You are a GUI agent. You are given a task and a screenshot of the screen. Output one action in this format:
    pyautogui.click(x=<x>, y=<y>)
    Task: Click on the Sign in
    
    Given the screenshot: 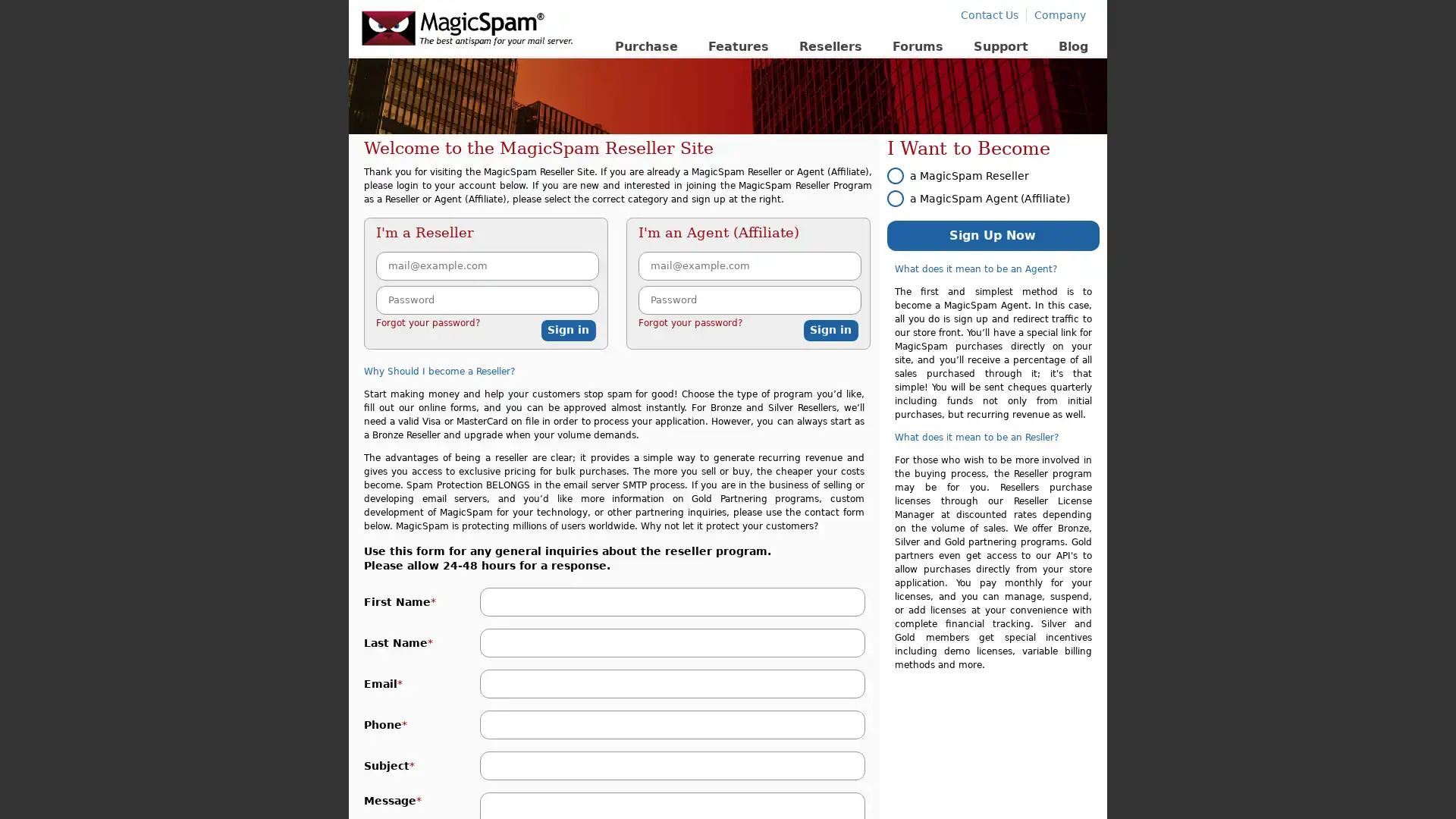 What is the action you would take?
    pyautogui.click(x=829, y=329)
    